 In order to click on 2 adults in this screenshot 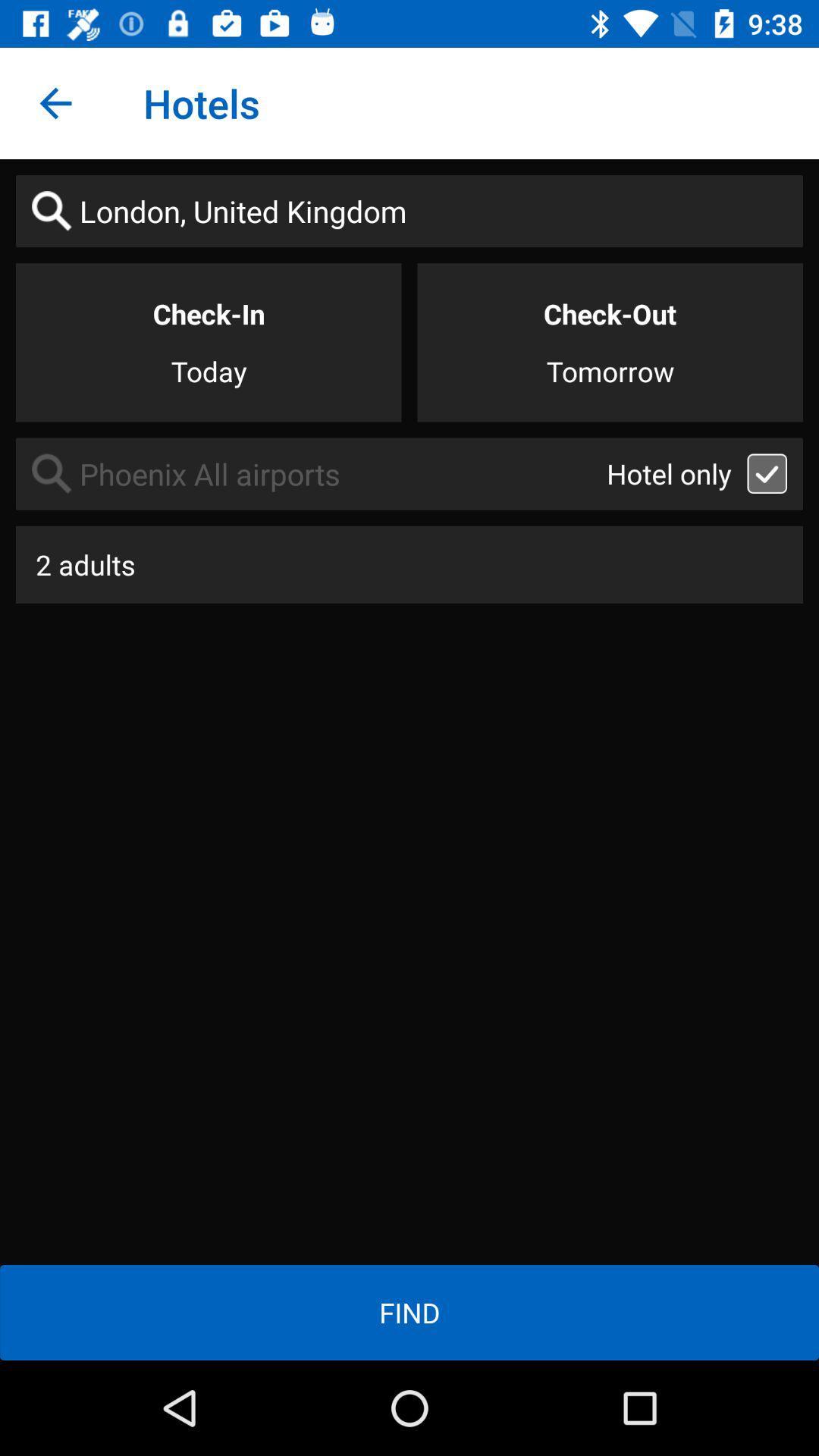, I will do `click(409, 563)`.